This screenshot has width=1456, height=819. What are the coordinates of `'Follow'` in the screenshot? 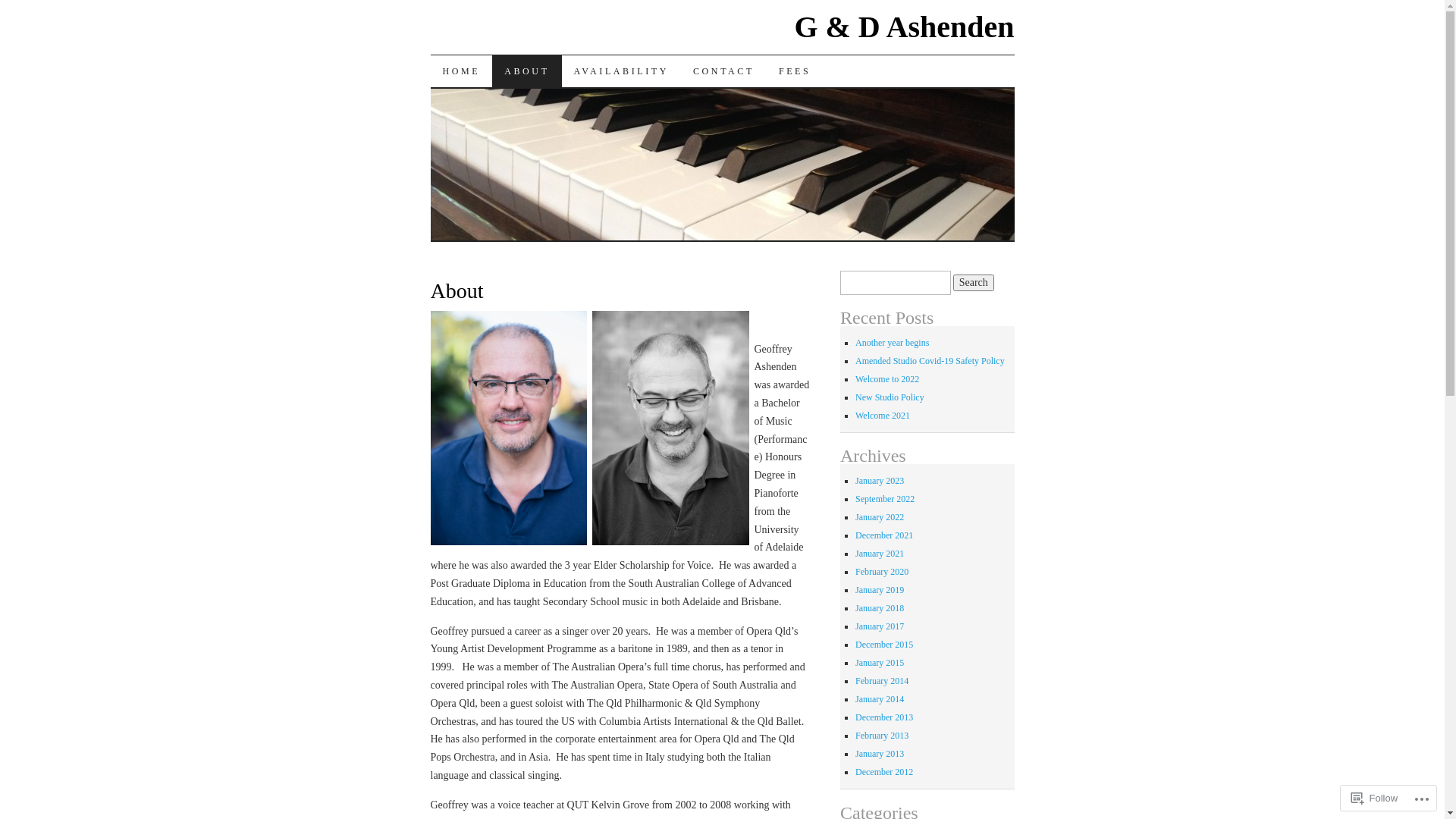 It's located at (1345, 797).